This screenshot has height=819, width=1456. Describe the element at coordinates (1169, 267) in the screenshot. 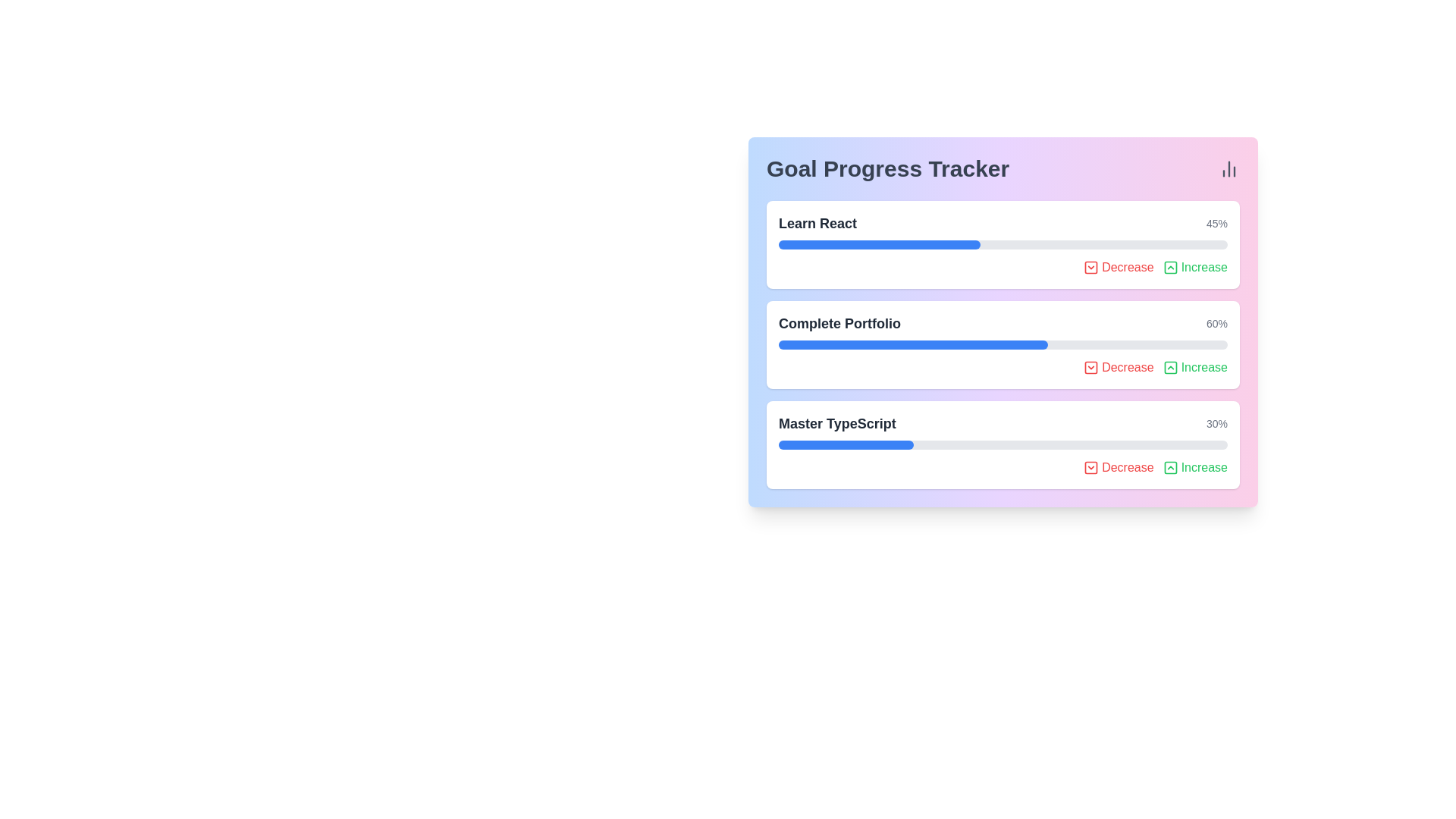

I see `the 'Increase' action icon located to the left of the text 'Increase' in the progress tracker row` at that location.